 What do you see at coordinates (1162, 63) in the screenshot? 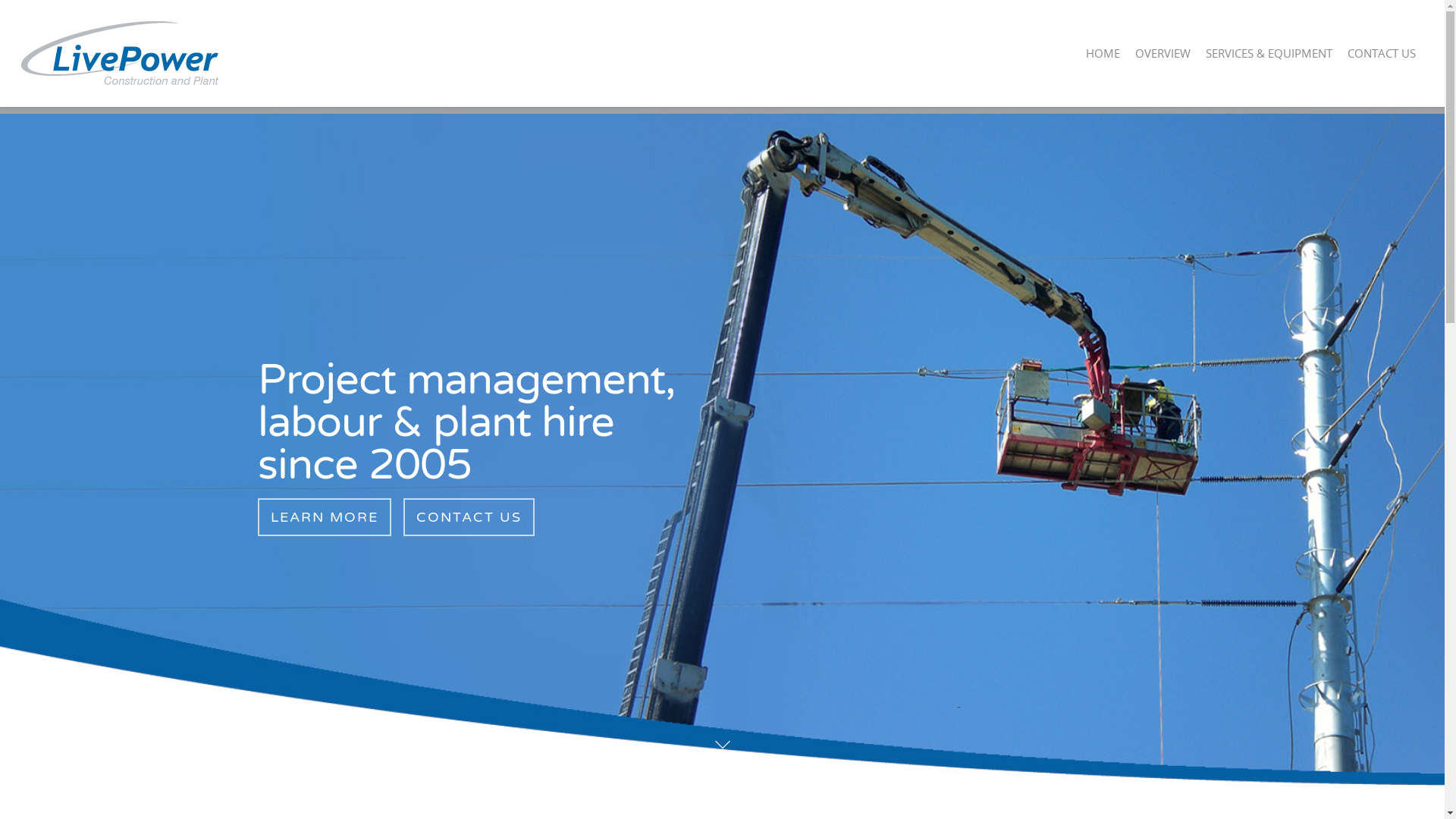
I see `'OVERVIEW'` at bounding box center [1162, 63].